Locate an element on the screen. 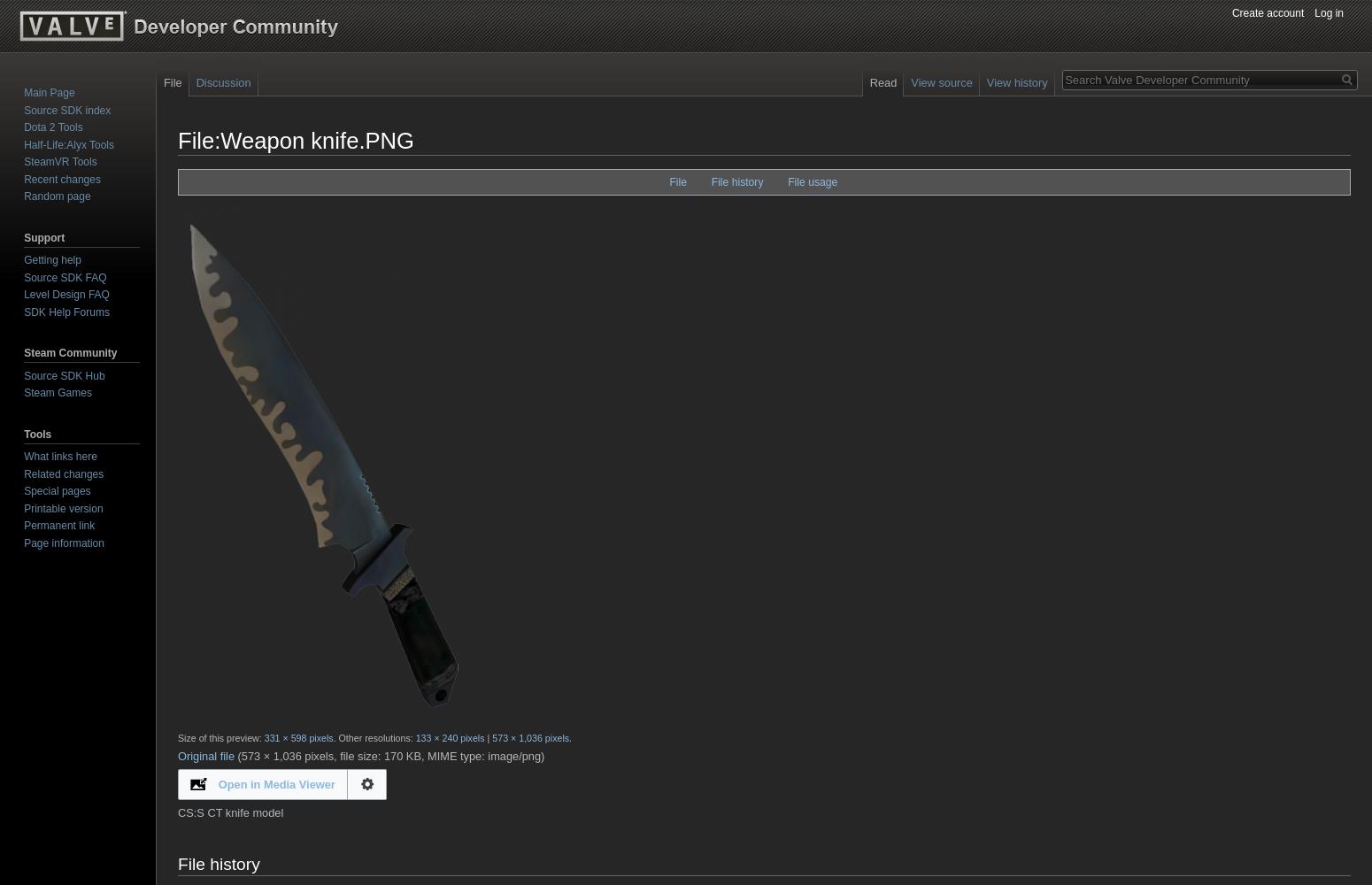 This screenshot has height=885, width=1372. '|' is located at coordinates (488, 737).